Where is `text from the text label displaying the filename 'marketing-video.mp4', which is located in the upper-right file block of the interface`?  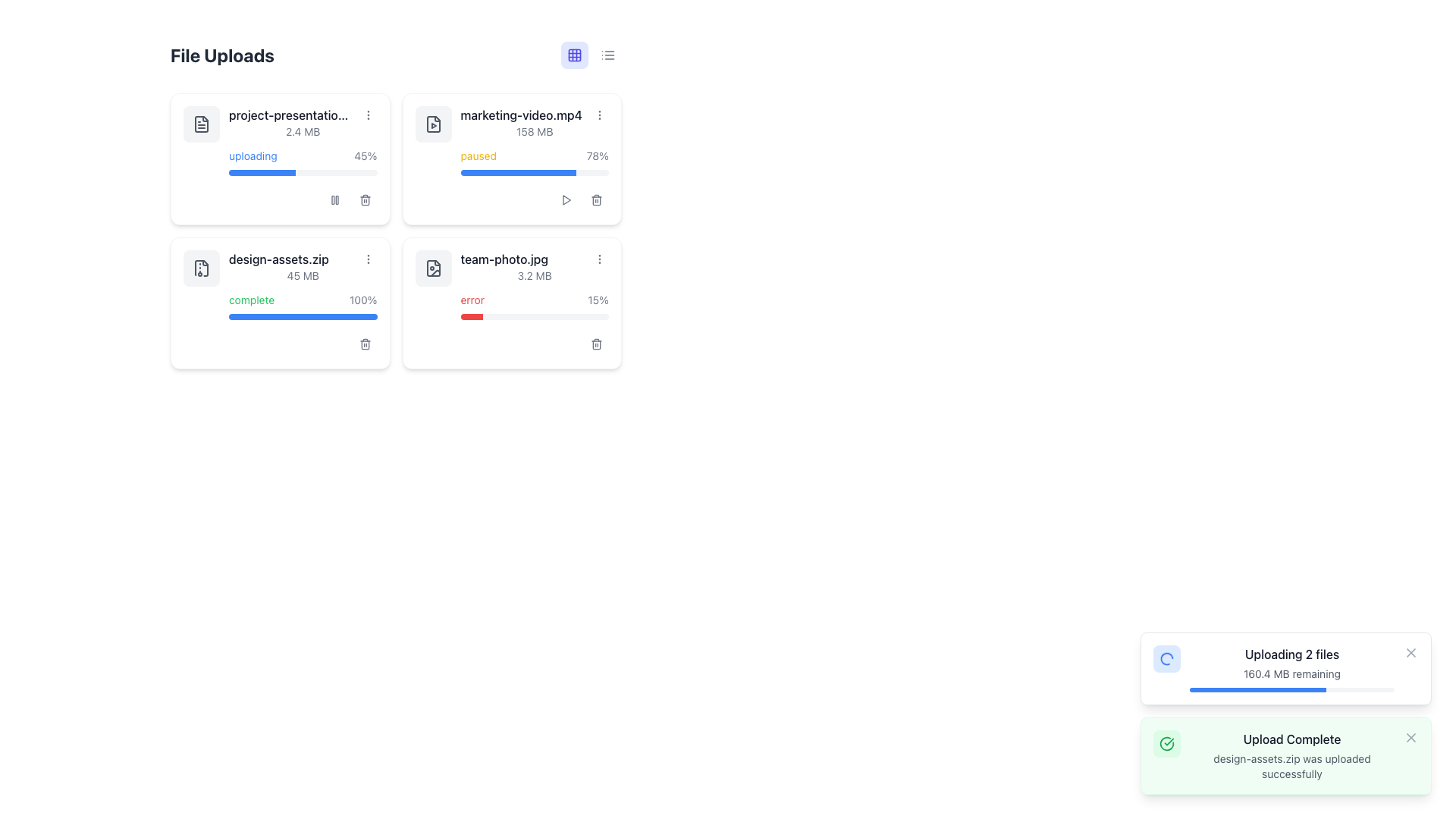 text from the text label displaying the filename 'marketing-video.mp4', which is located in the upper-right file block of the interface is located at coordinates (521, 114).